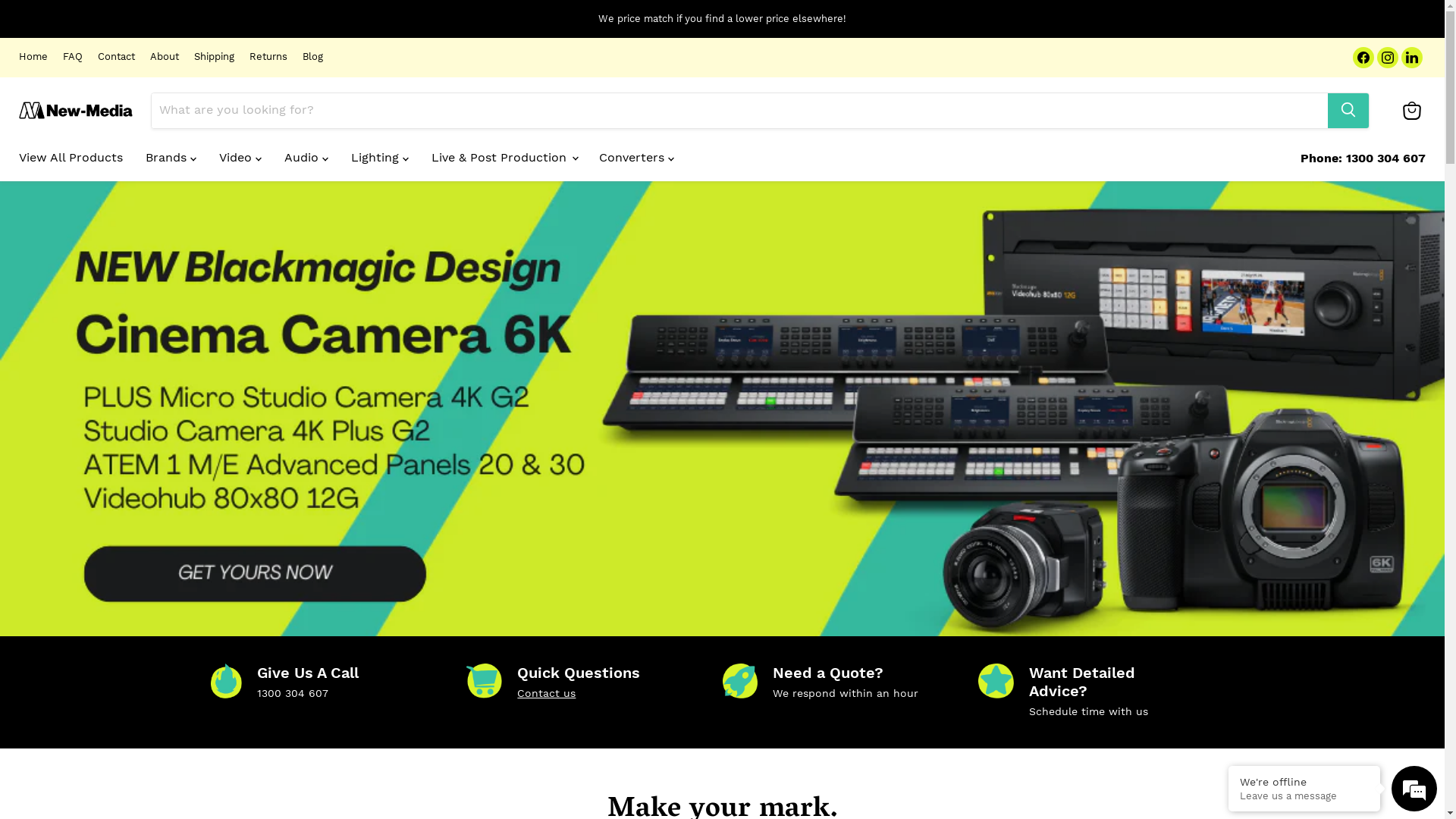 Image resolution: width=1456 pixels, height=819 pixels. What do you see at coordinates (213, 56) in the screenshot?
I see `'Shipping'` at bounding box center [213, 56].